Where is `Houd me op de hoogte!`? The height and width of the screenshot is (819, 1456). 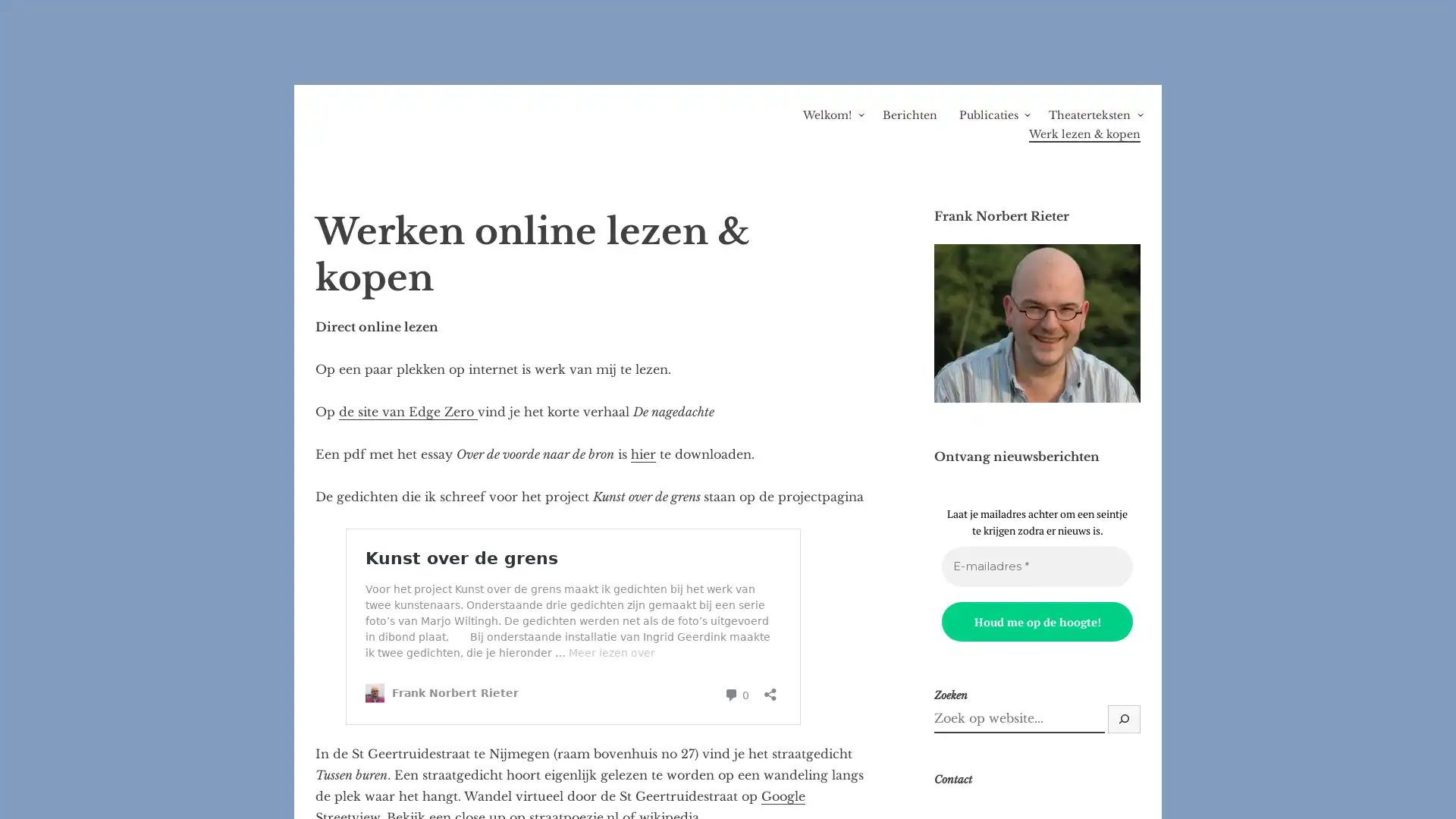
Houd me op de hoogte! is located at coordinates (1037, 621).